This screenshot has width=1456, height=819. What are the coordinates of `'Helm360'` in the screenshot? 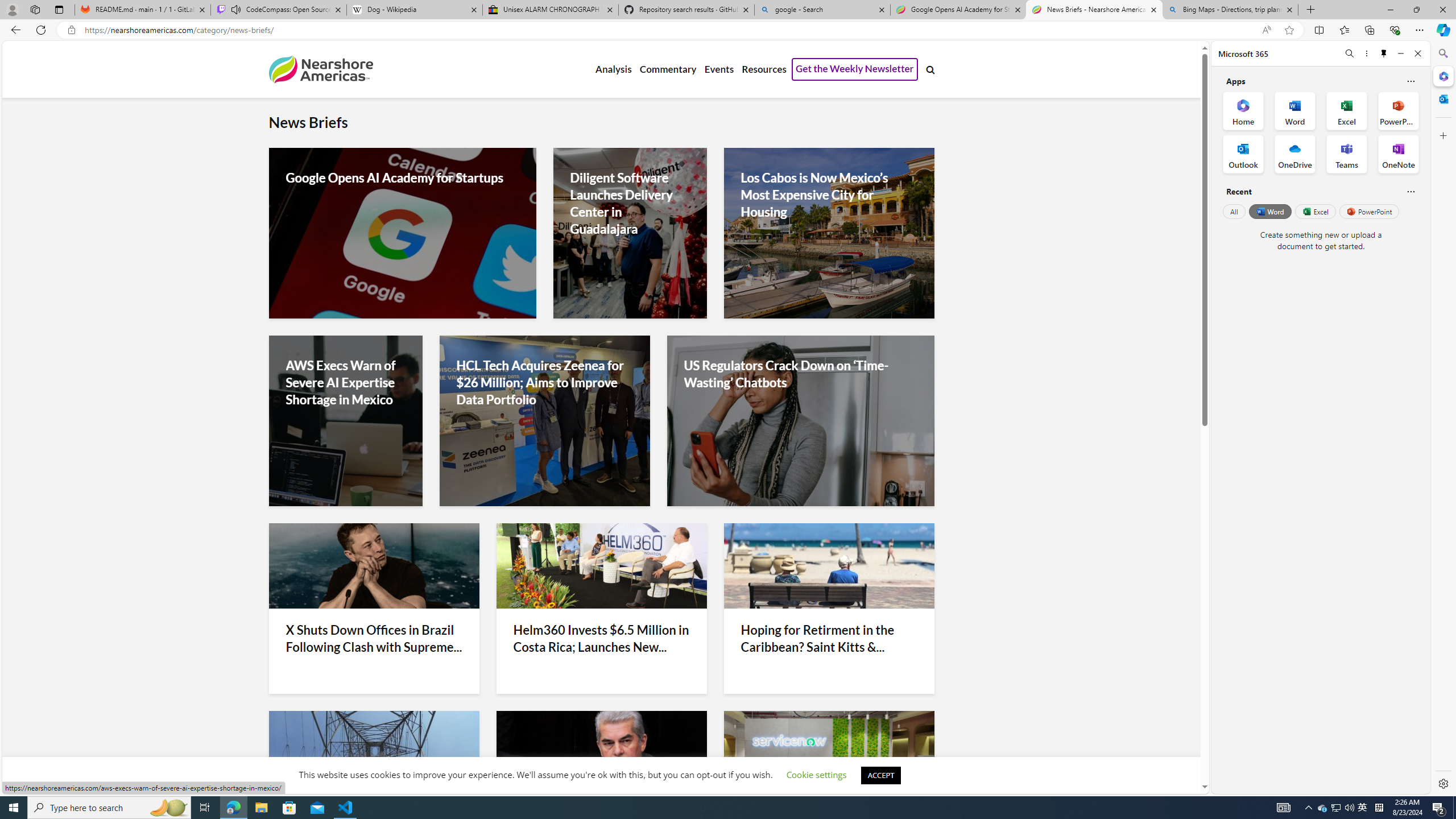 It's located at (601, 566).